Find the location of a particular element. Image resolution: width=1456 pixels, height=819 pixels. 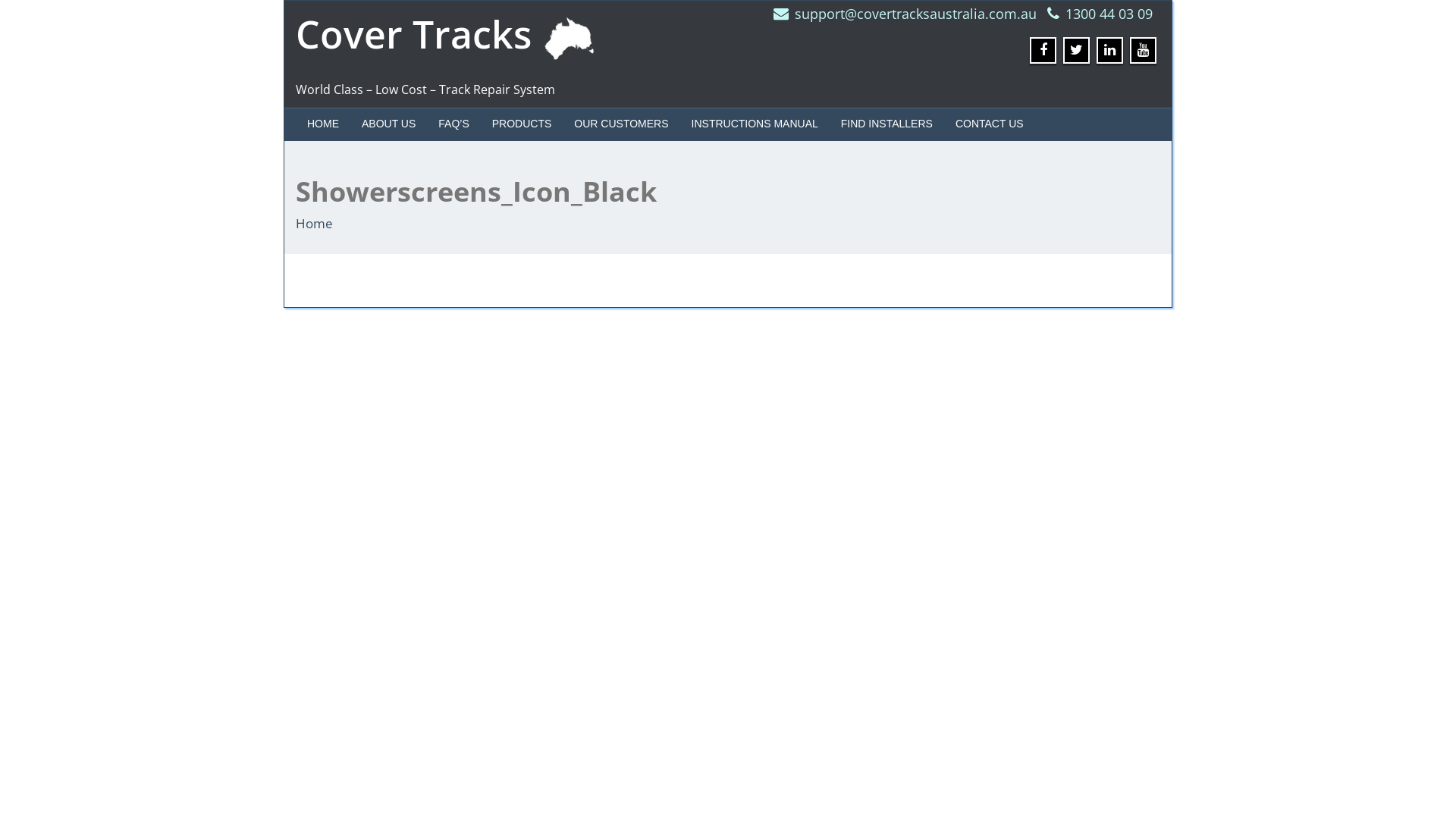

'Youtube' is located at coordinates (1143, 49).